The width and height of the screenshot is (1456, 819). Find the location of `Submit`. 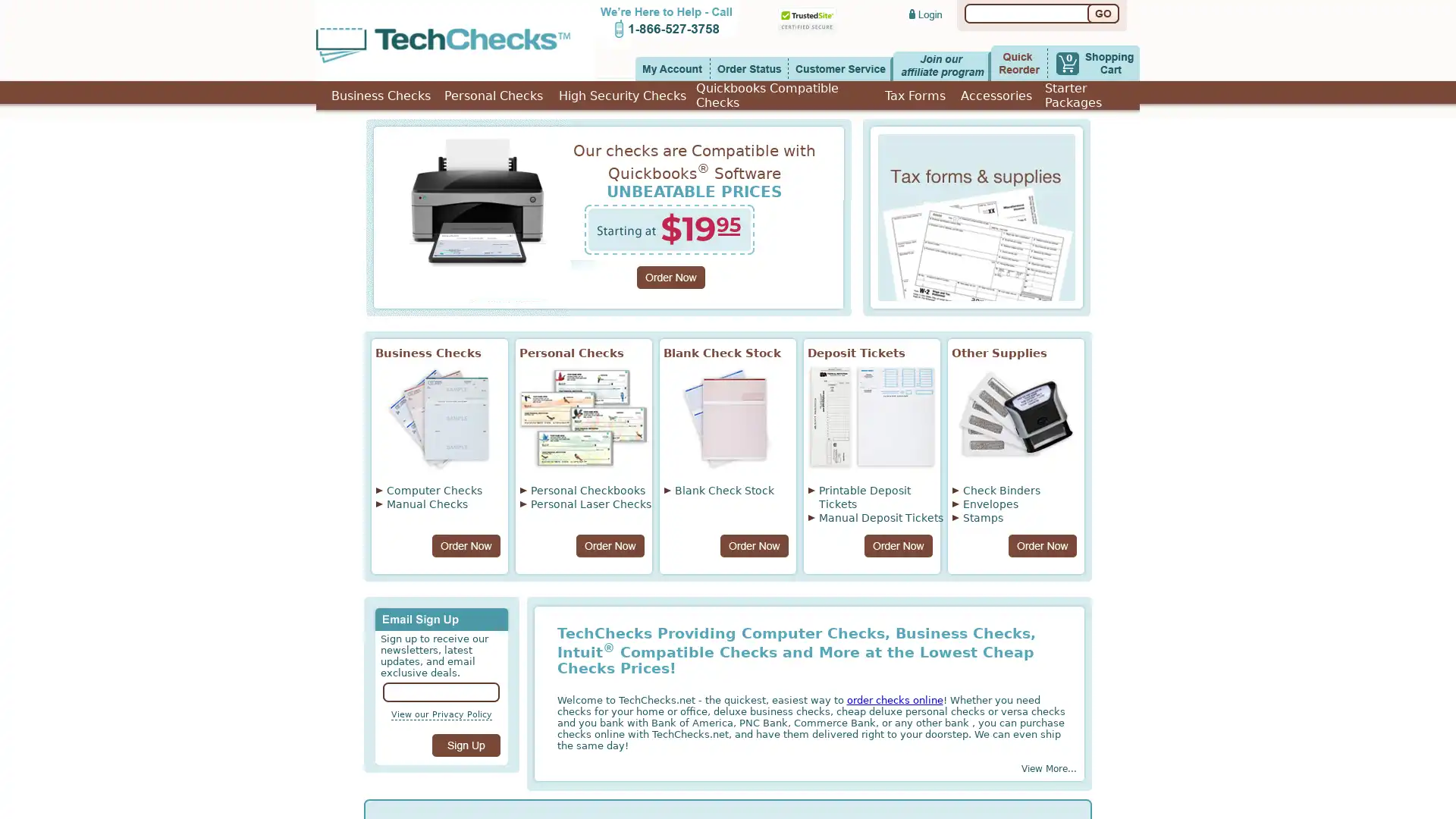

Submit is located at coordinates (1103, 14).